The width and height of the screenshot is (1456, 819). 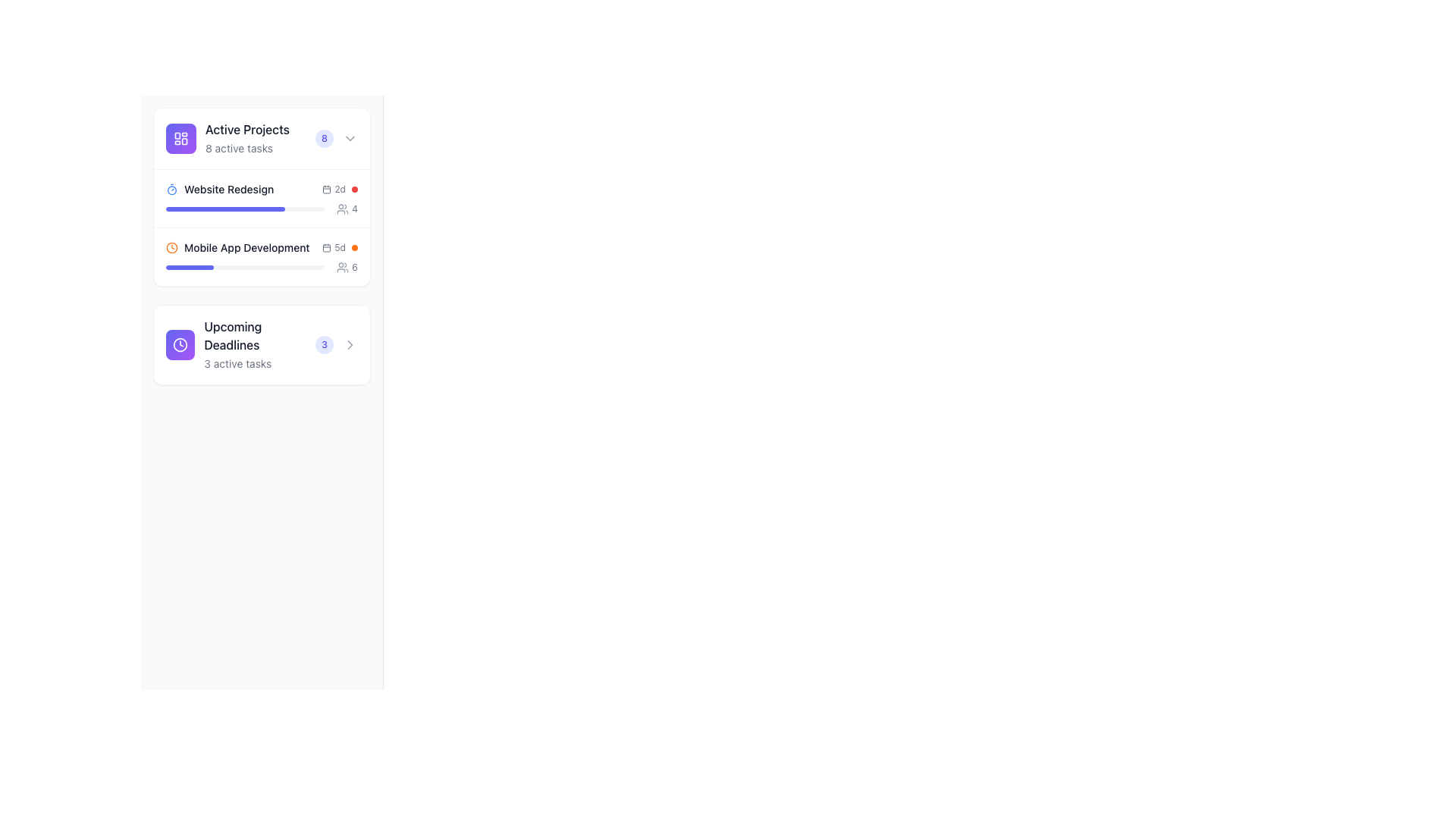 I want to click on the 'Active Projects' icon located at the top-left corner of the 'Active Projects' card, so click(x=181, y=138).